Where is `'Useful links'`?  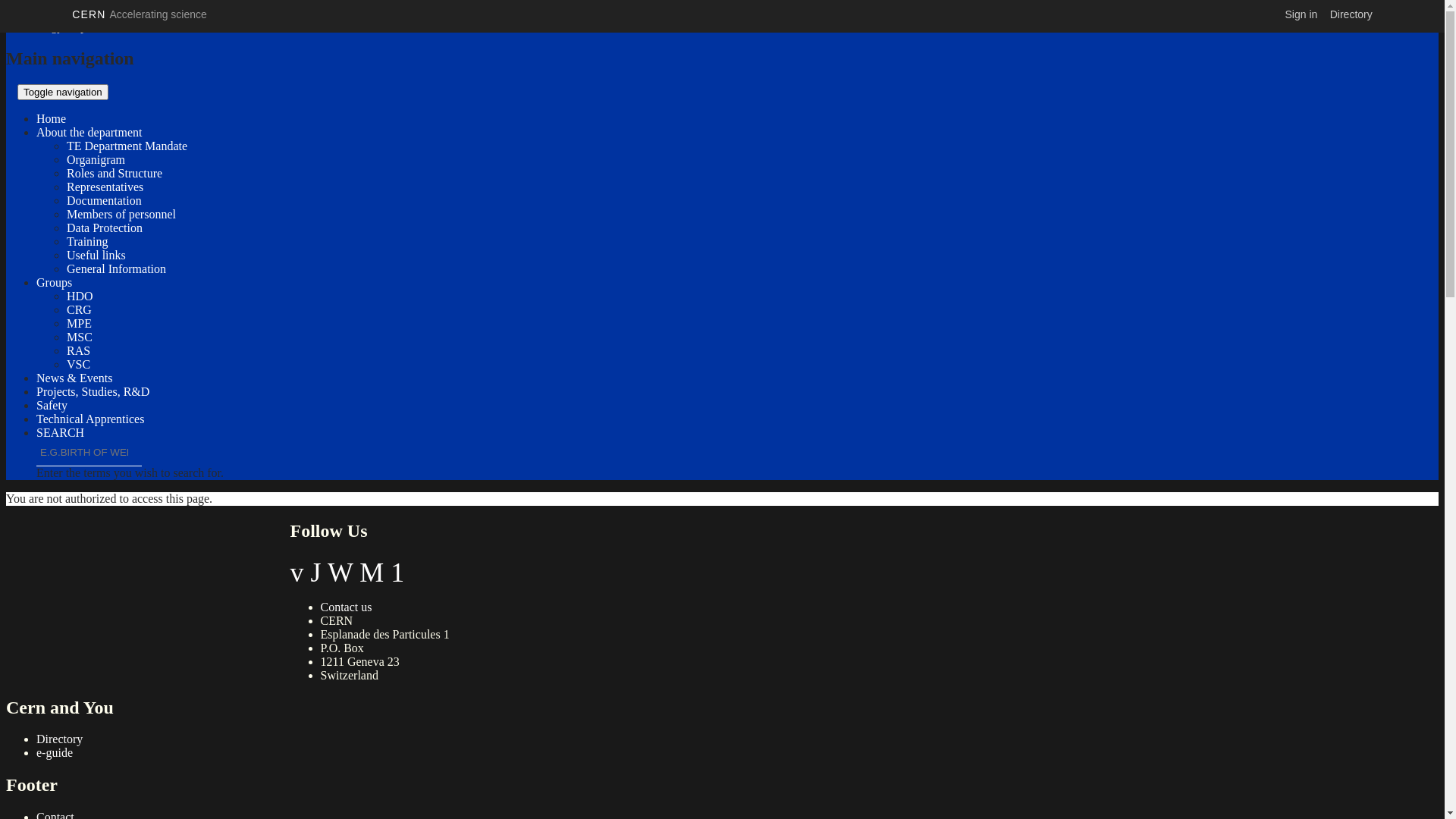
'Useful links' is located at coordinates (95, 254).